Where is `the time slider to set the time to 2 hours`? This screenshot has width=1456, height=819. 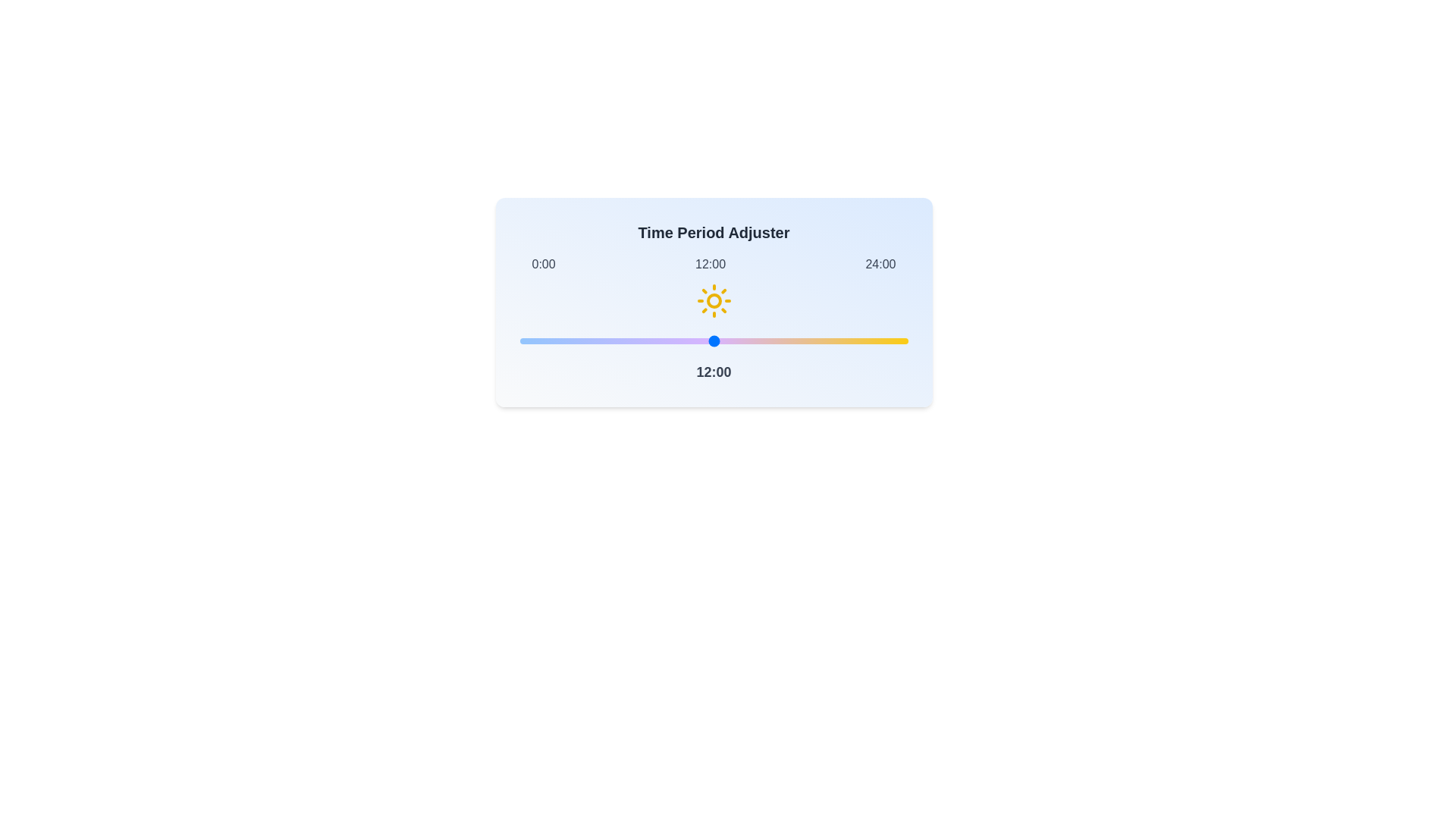
the time slider to set the time to 2 hours is located at coordinates (551, 341).